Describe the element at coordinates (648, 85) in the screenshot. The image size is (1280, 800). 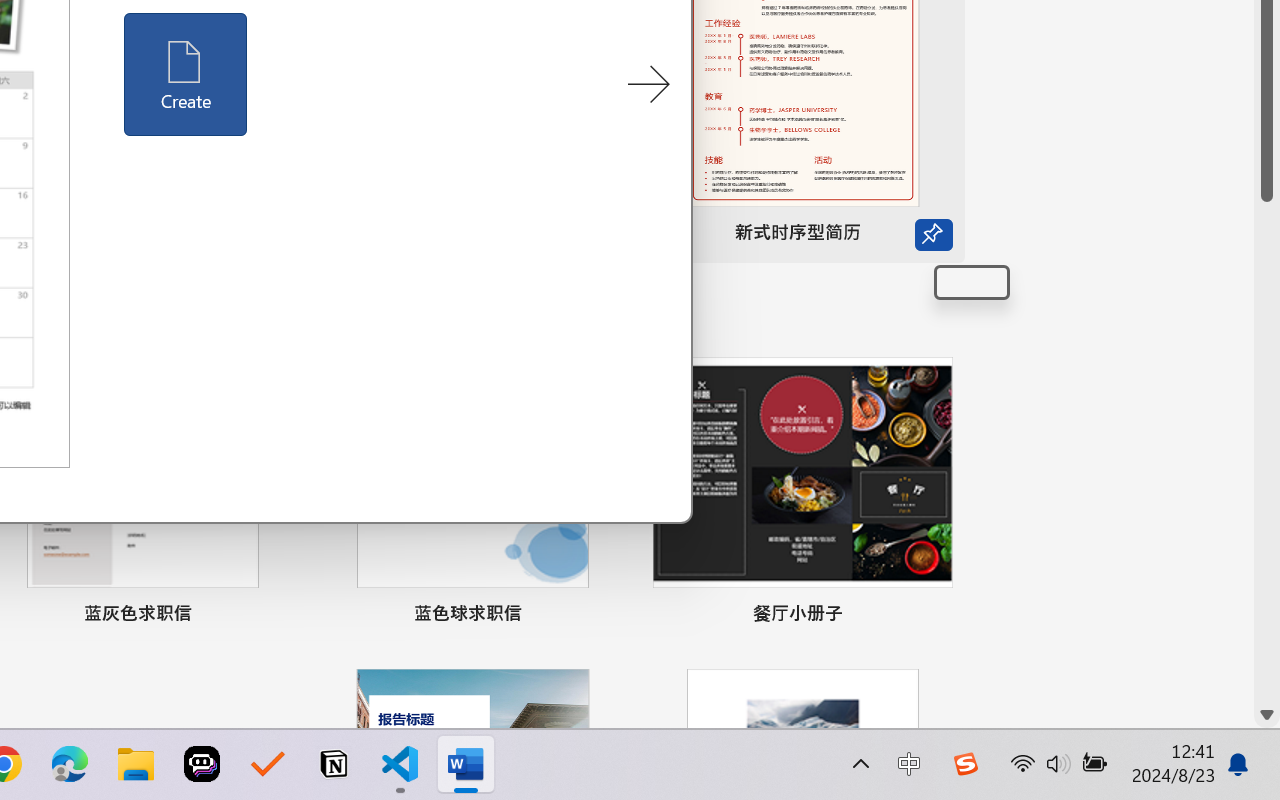
I see `'Next Template'` at that location.